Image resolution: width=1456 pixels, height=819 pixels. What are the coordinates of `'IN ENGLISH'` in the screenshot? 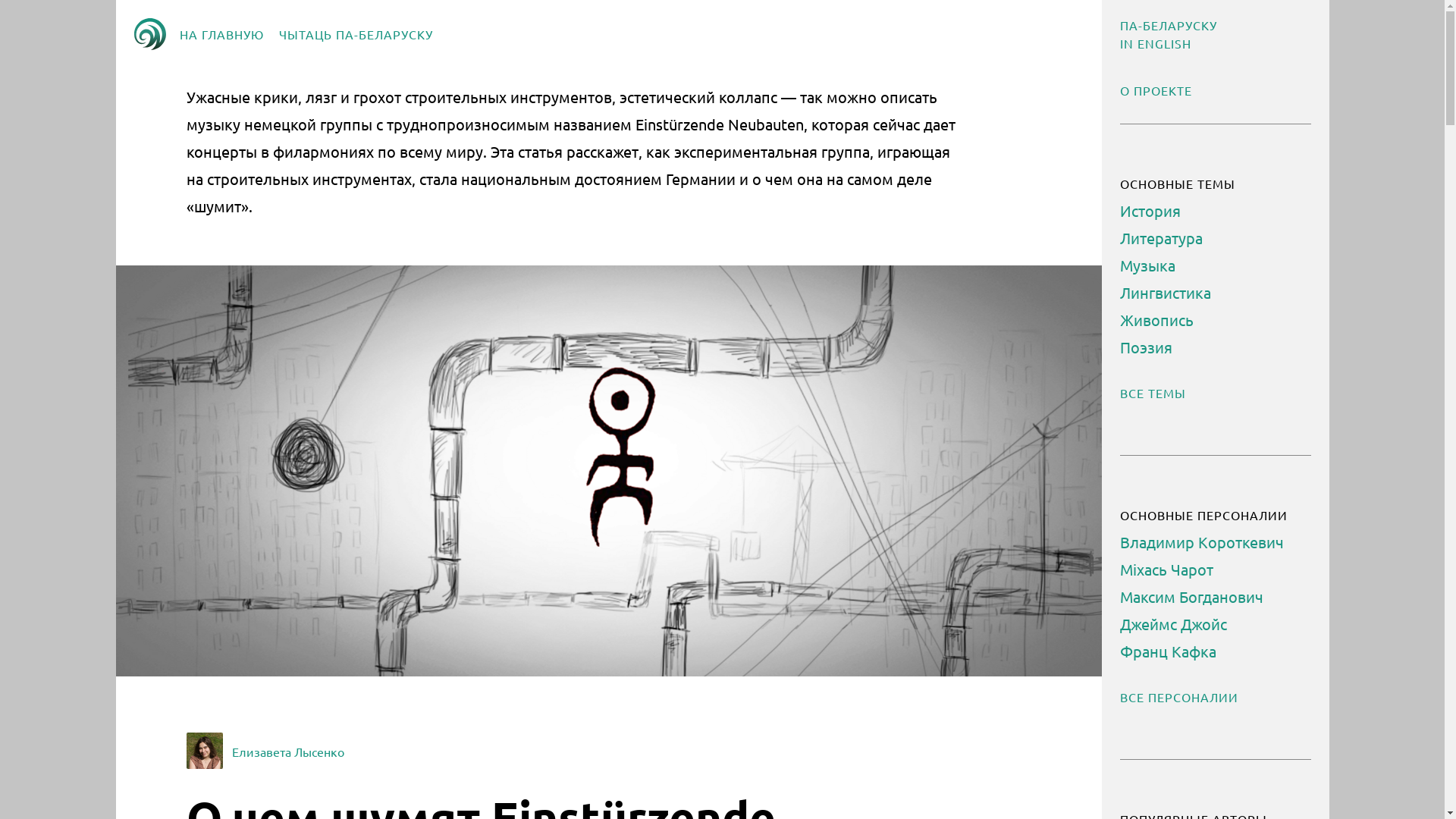 It's located at (1153, 42).